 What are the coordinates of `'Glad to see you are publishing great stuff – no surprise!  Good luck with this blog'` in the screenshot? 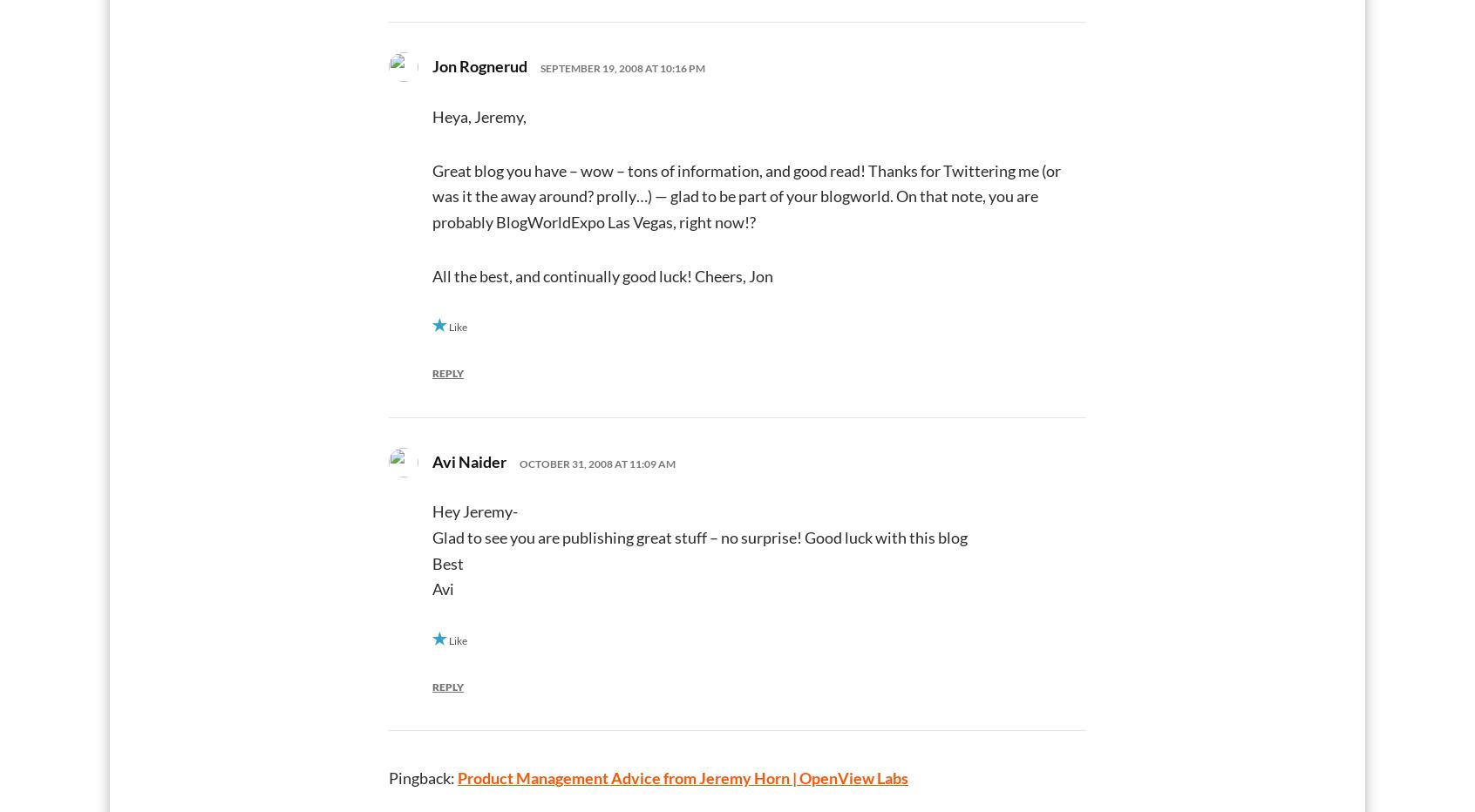 It's located at (700, 535).